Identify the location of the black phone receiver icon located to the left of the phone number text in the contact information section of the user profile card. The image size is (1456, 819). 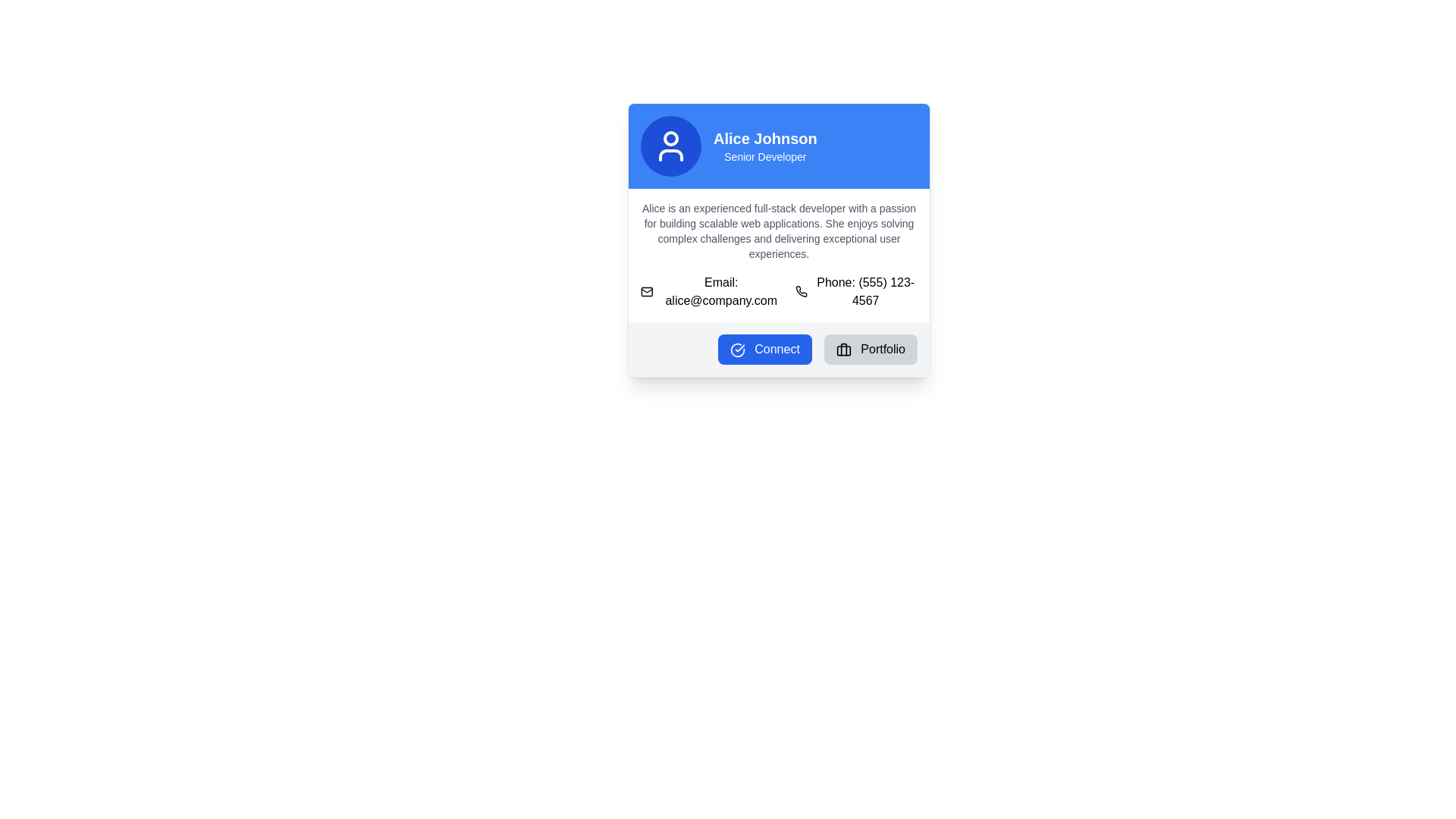
(800, 292).